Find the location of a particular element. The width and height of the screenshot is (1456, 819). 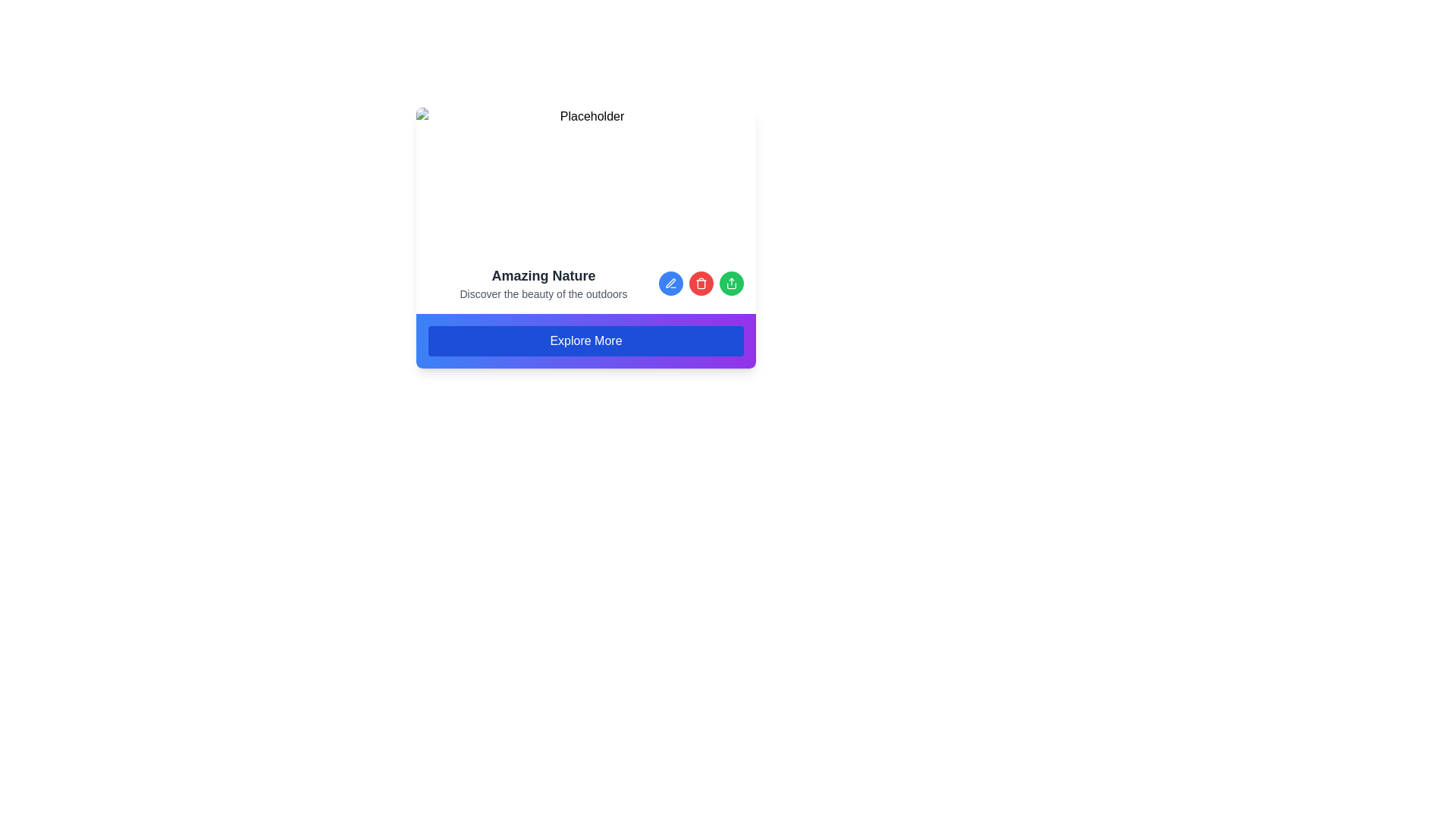

the share icon button located at the bottom-right corner of the card, part of a group of circular icons is located at coordinates (731, 284).